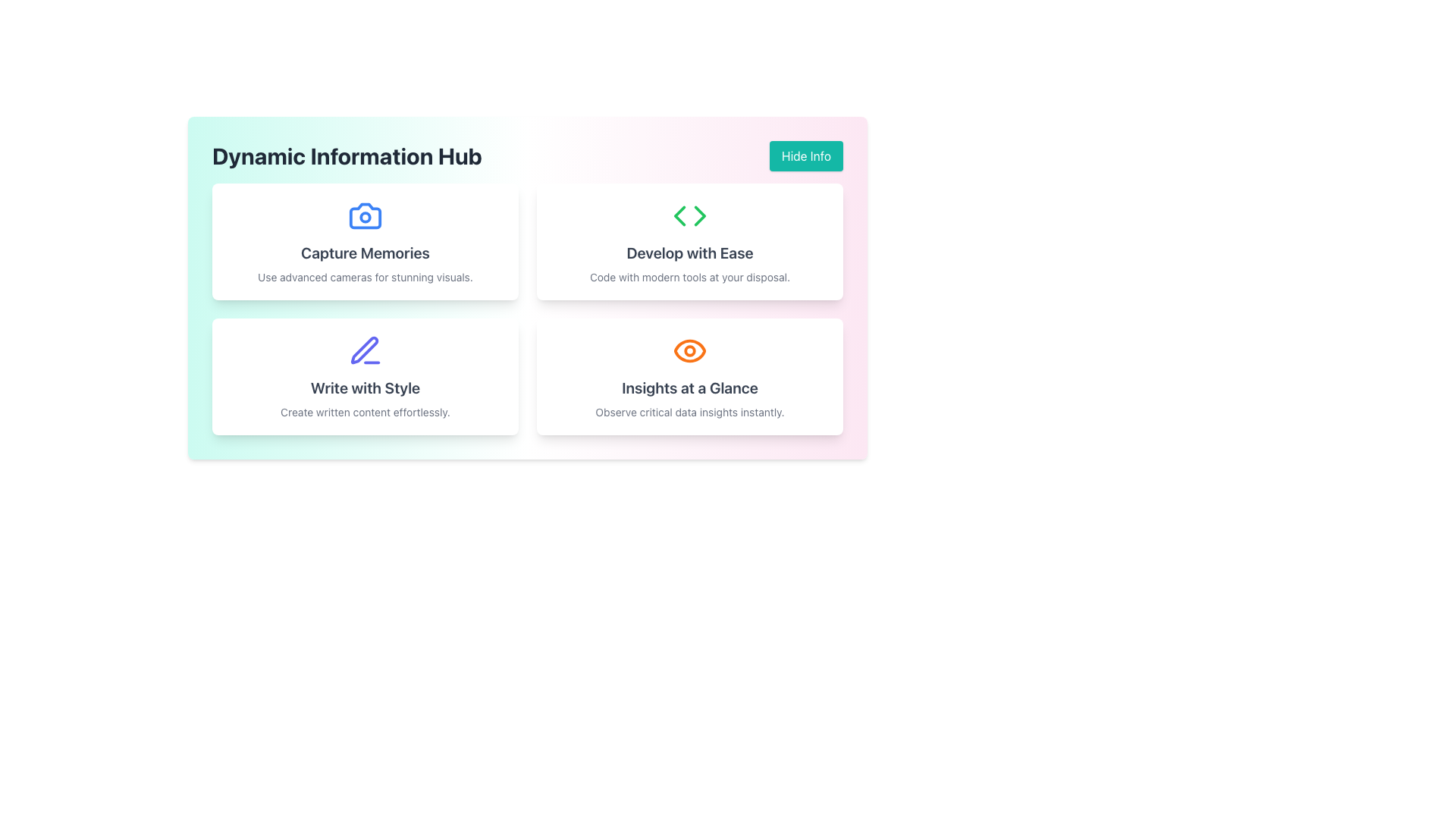 The image size is (1456, 819). What do you see at coordinates (365, 216) in the screenshot?
I see `the 'Capture Memories' icon which represents photography functionalities, located at the center of the card in the top-left corner of the grid layout` at bounding box center [365, 216].